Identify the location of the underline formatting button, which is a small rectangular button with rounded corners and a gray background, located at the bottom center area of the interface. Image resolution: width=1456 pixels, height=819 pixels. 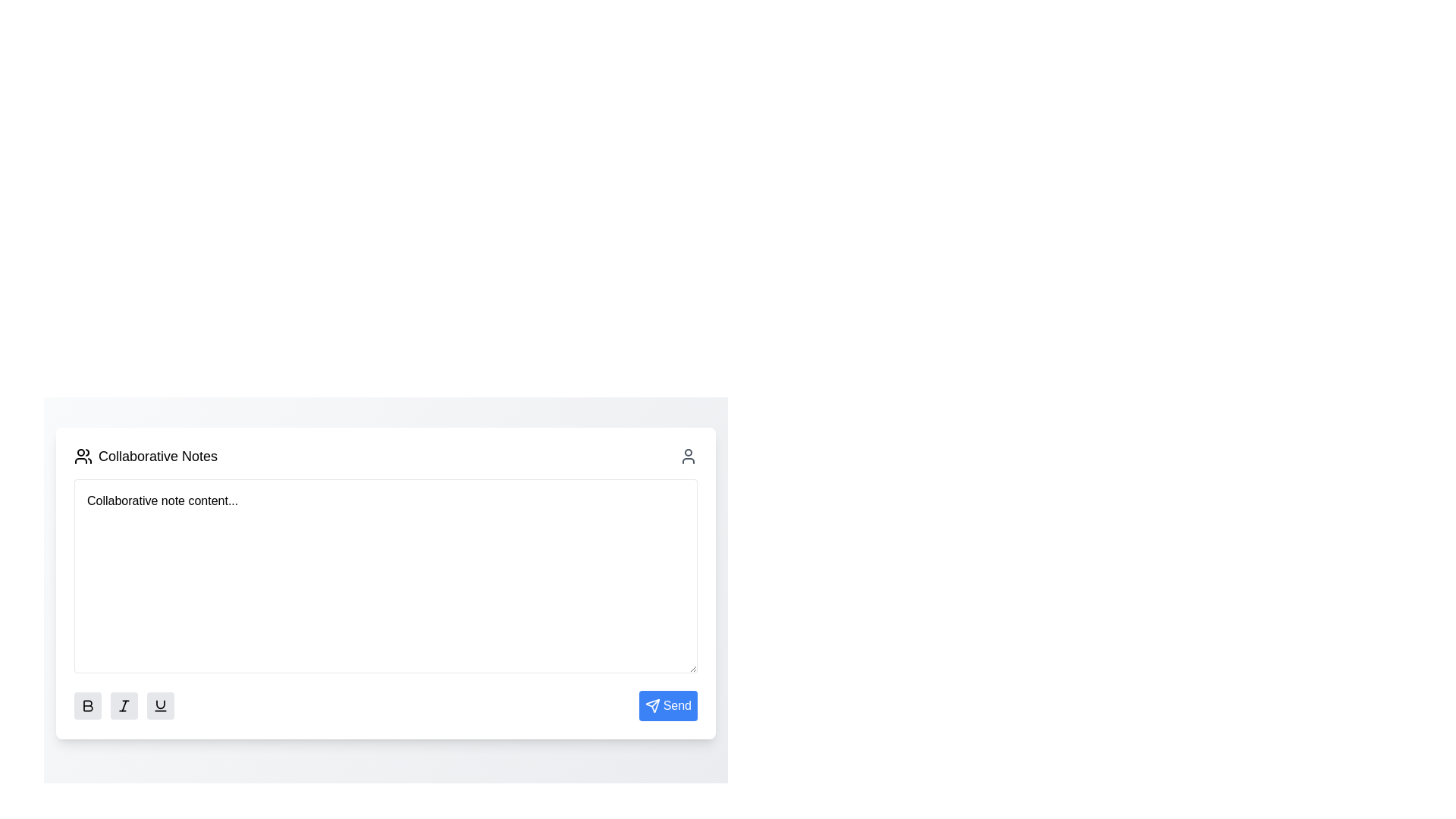
(160, 705).